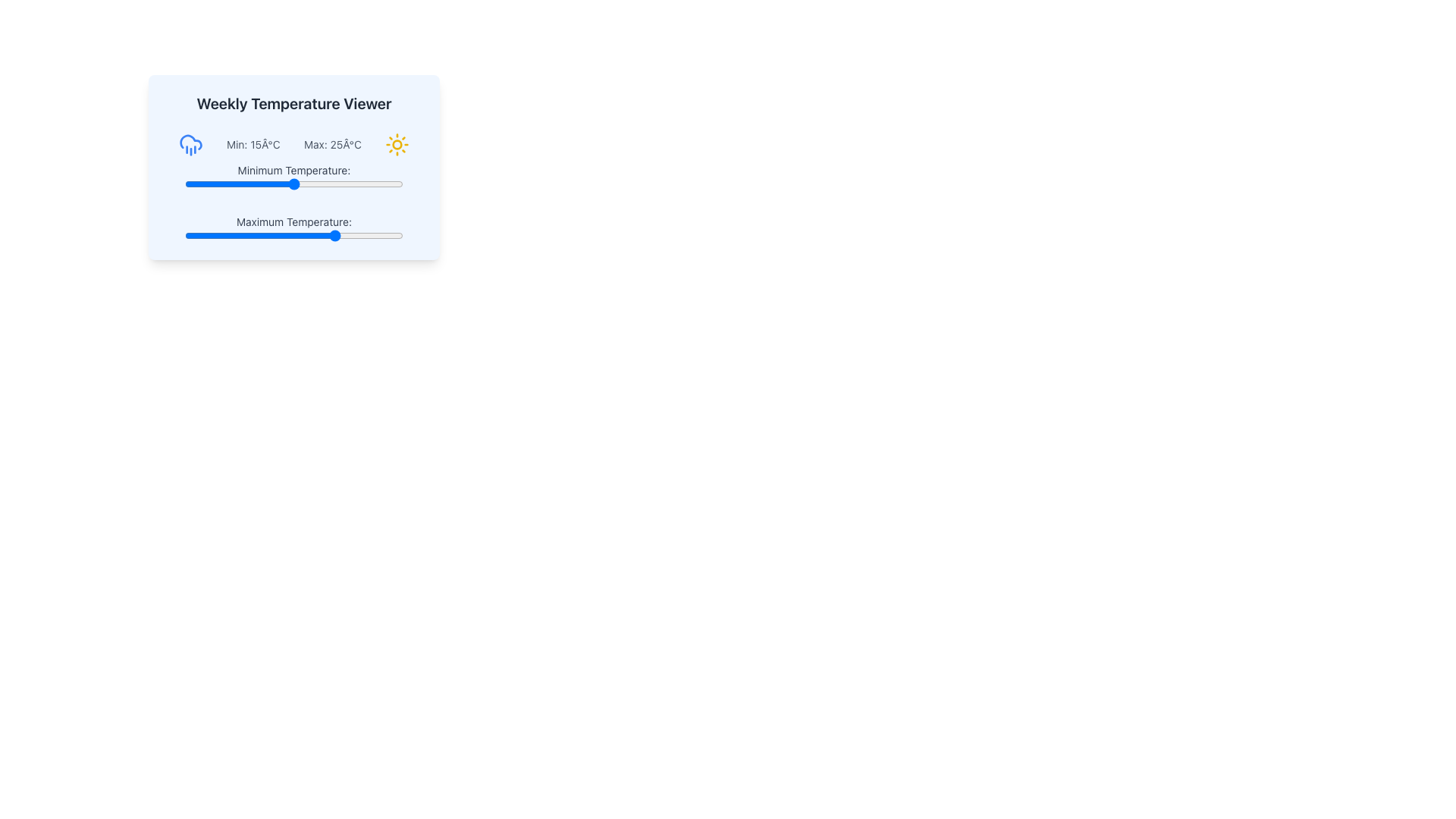 The image size is (1456, 819). I want to click on the maximum temperature, so click(237, 236).